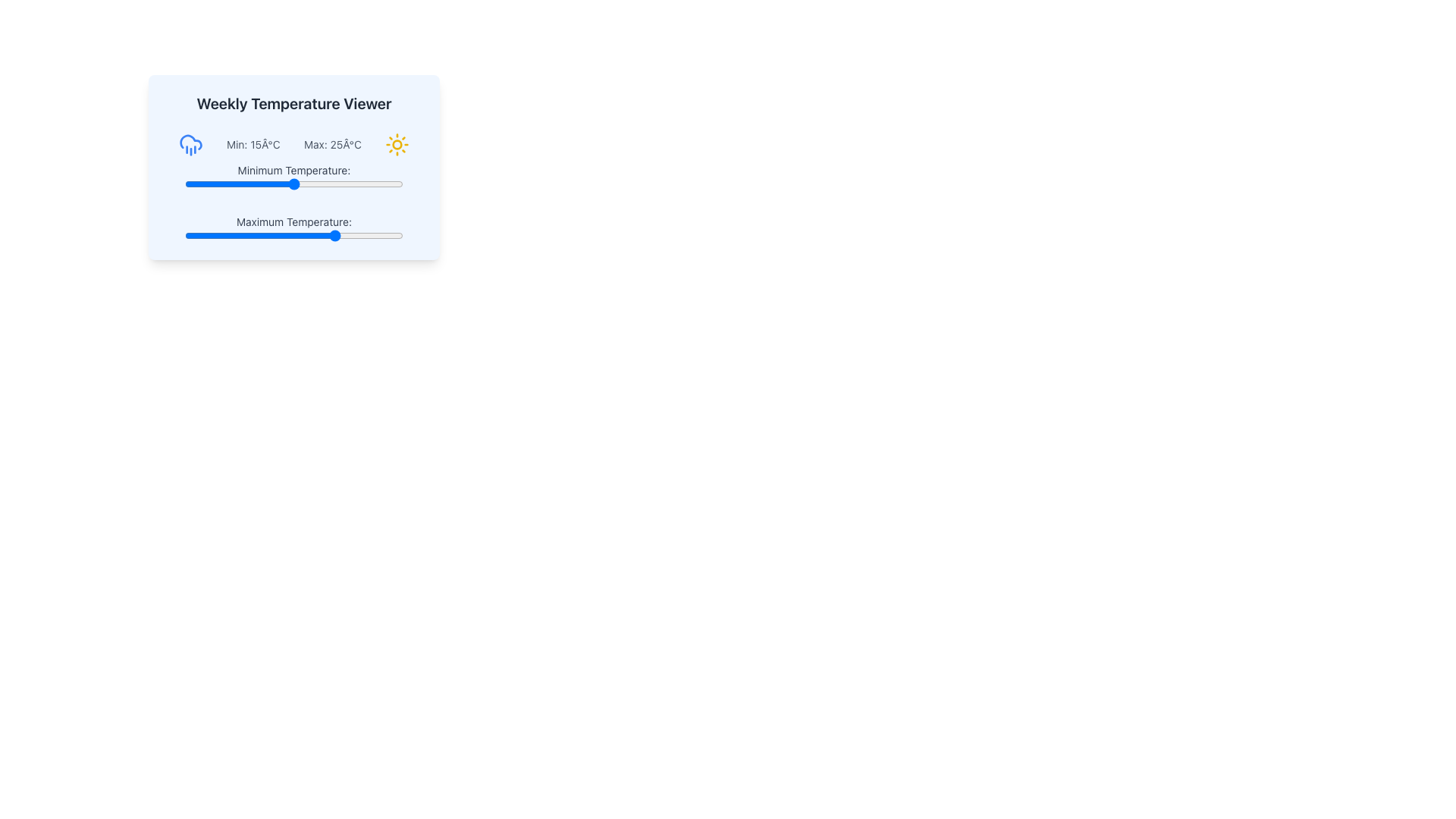 The image size is (1456, 819). I want to click on the maximum temperature, so click(237, 236).